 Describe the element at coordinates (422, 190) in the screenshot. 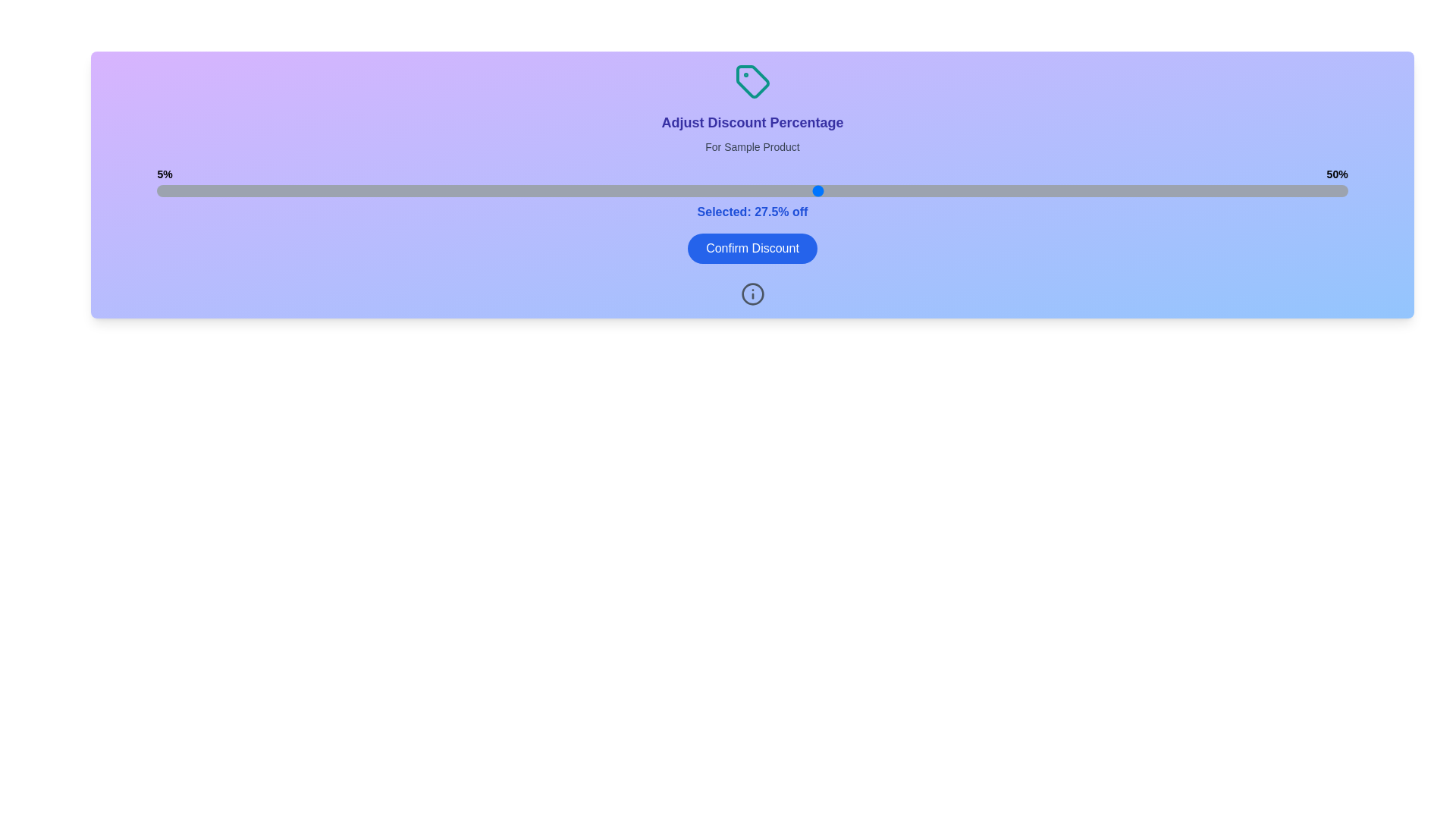

I see `the discount percentage` at that location.